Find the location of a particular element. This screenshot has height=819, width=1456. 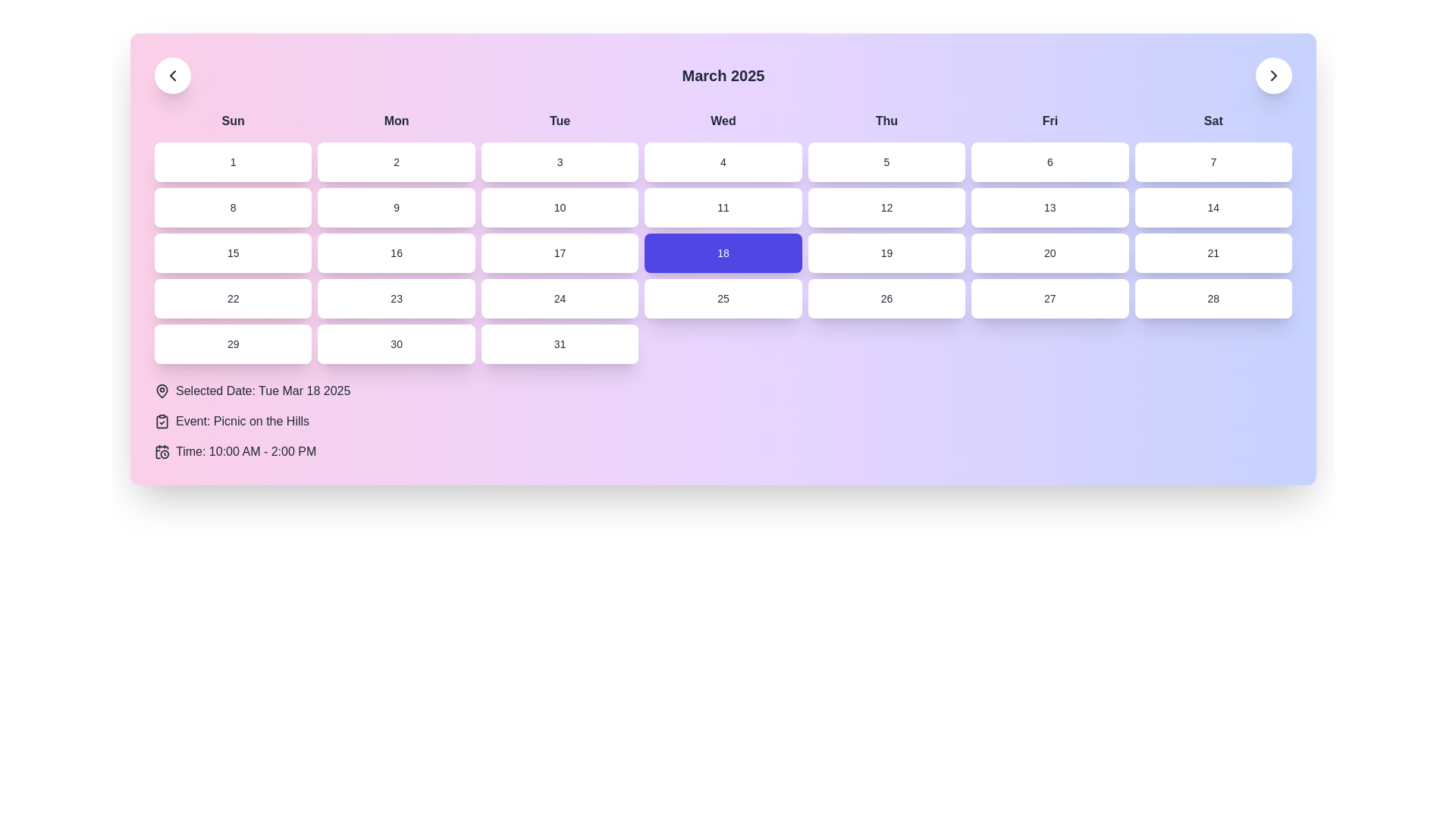

the middle component of the clipboard icon, which is a rectangular element with rounded corners, styled with an outline and no fill, located near the bottom-left section of the interface is located at coordinates (162, 421).